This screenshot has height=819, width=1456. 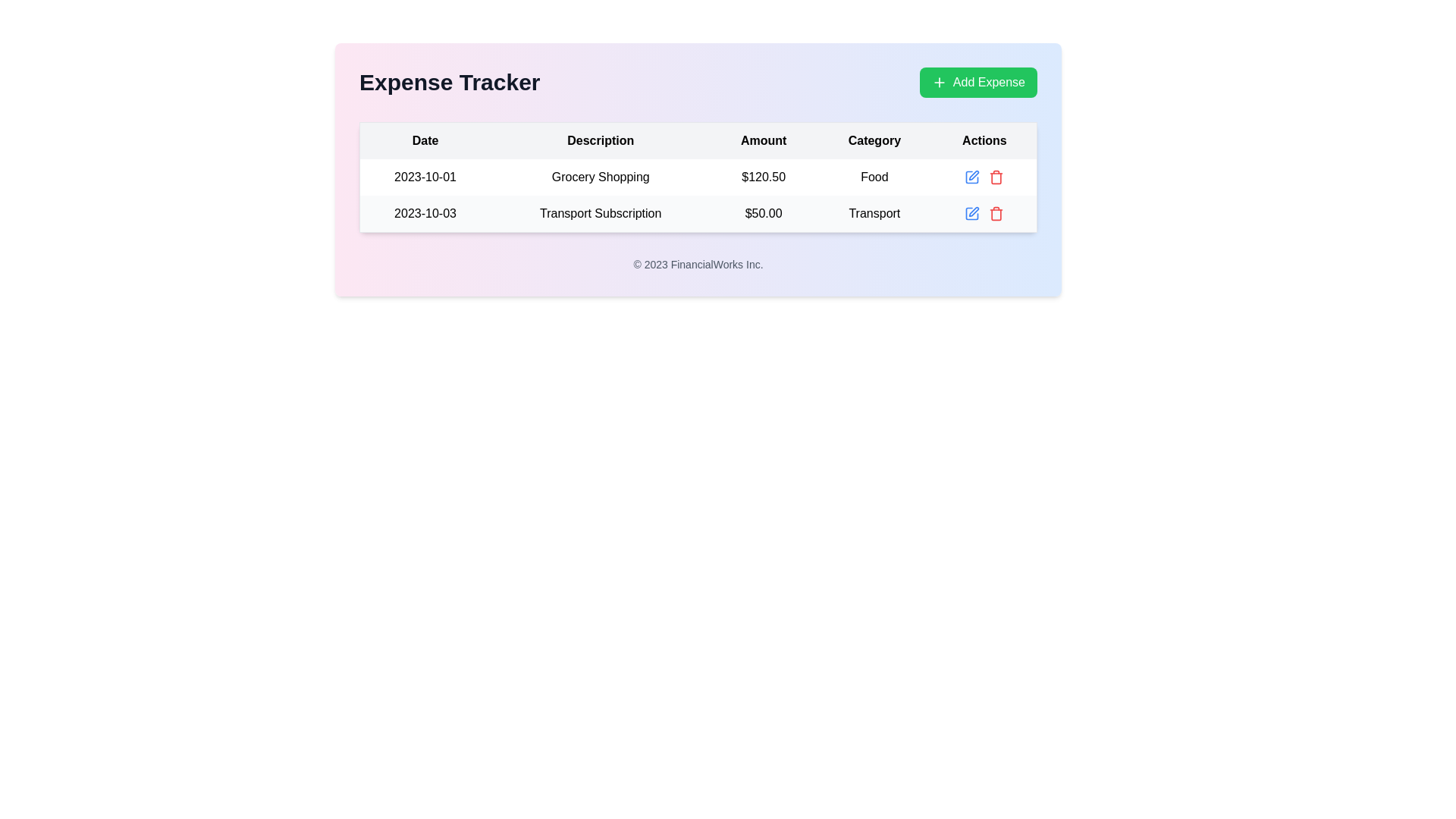 What do you see at coordinates (425, 214) in the screenshot?
I see `the non-editable text field displaying the date '2023-10-03' in the second row of the Expense Tracker table` at bounding box center [425, 214].